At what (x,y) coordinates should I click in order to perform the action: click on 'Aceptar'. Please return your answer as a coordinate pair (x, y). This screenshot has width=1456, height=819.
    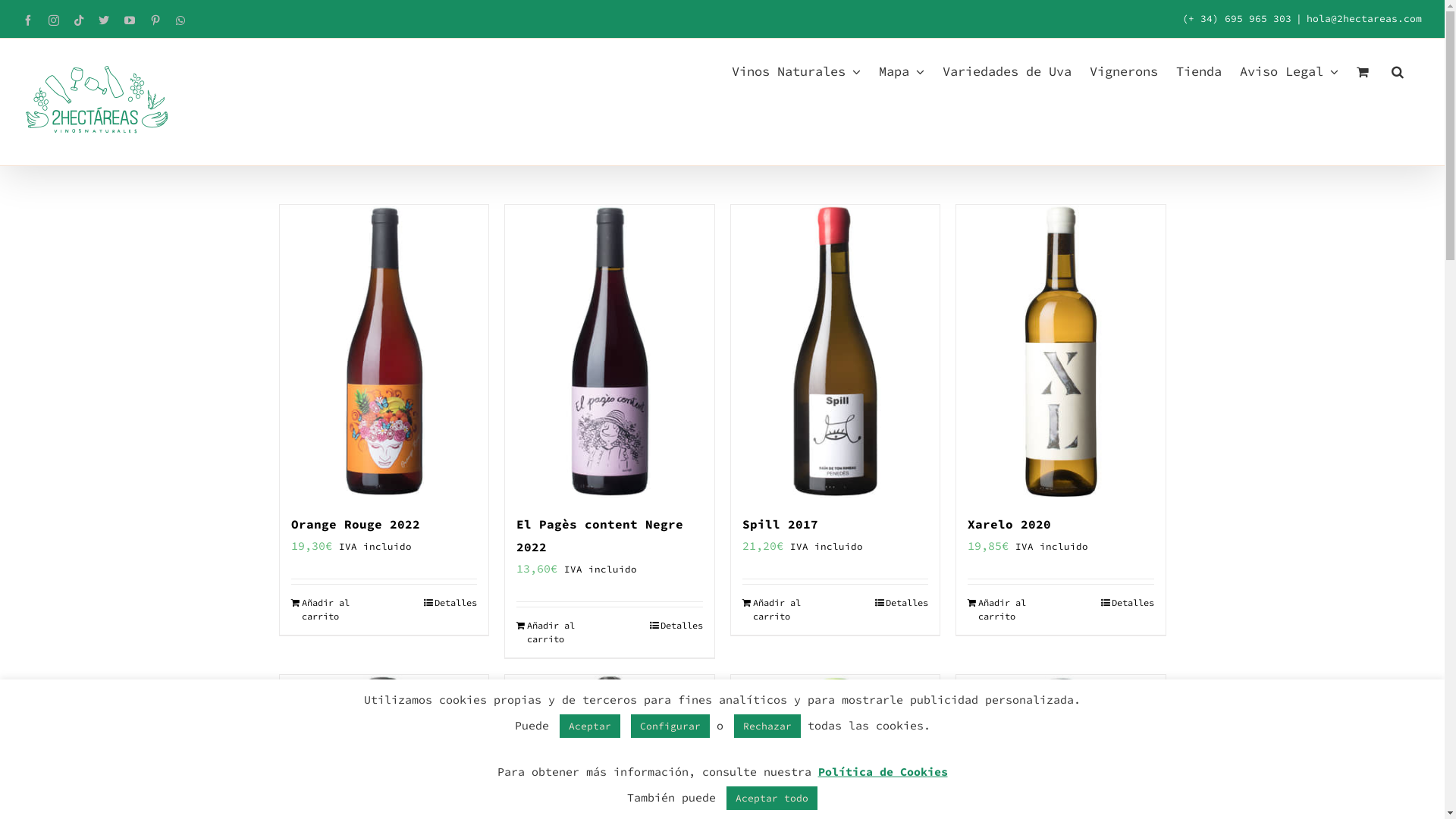
    Looking at the image, I should click on (588, 725).